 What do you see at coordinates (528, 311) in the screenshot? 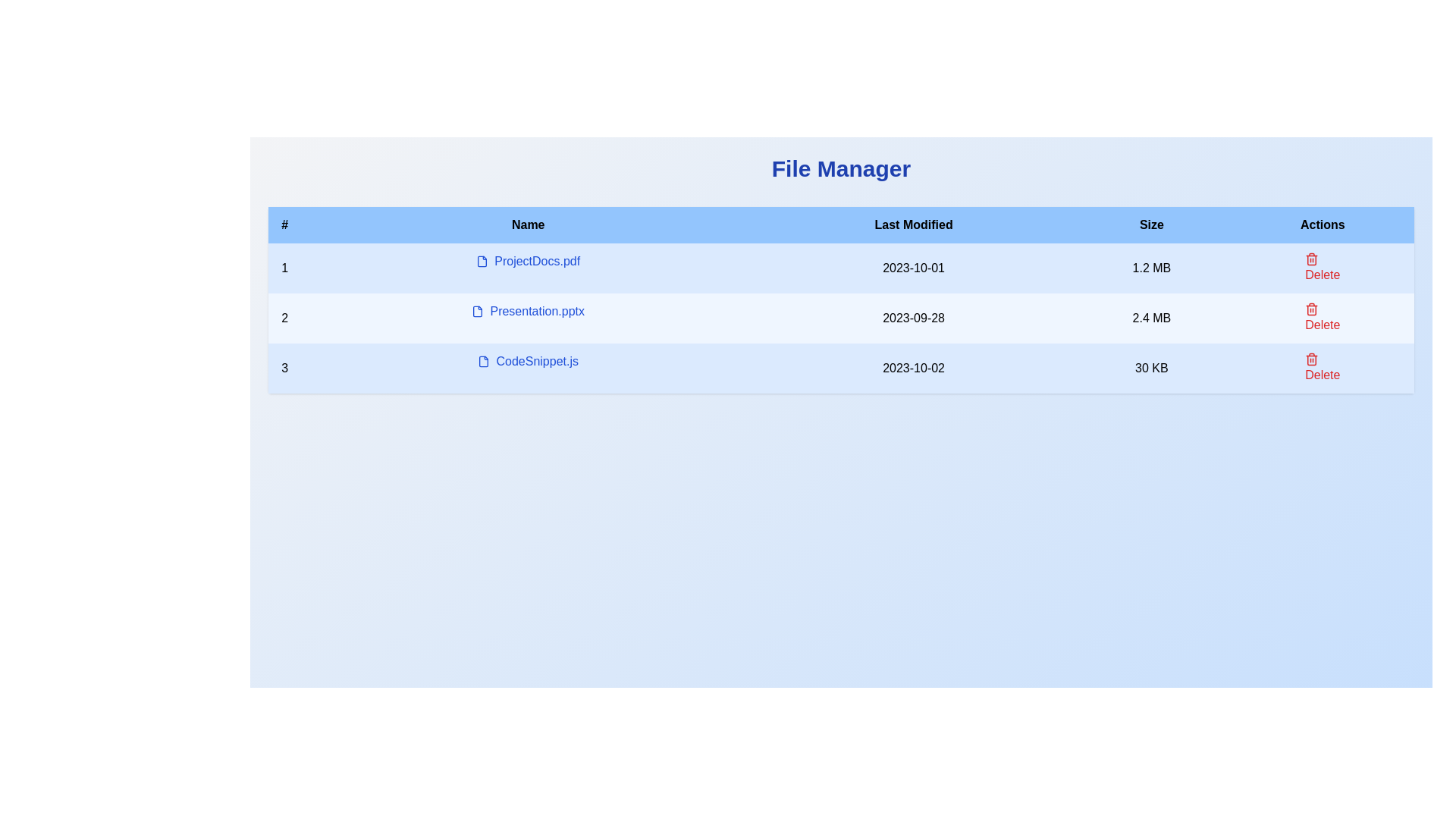
I see `the text element displaying 'Presentation.pptx'` at bounding box center [528, 311].